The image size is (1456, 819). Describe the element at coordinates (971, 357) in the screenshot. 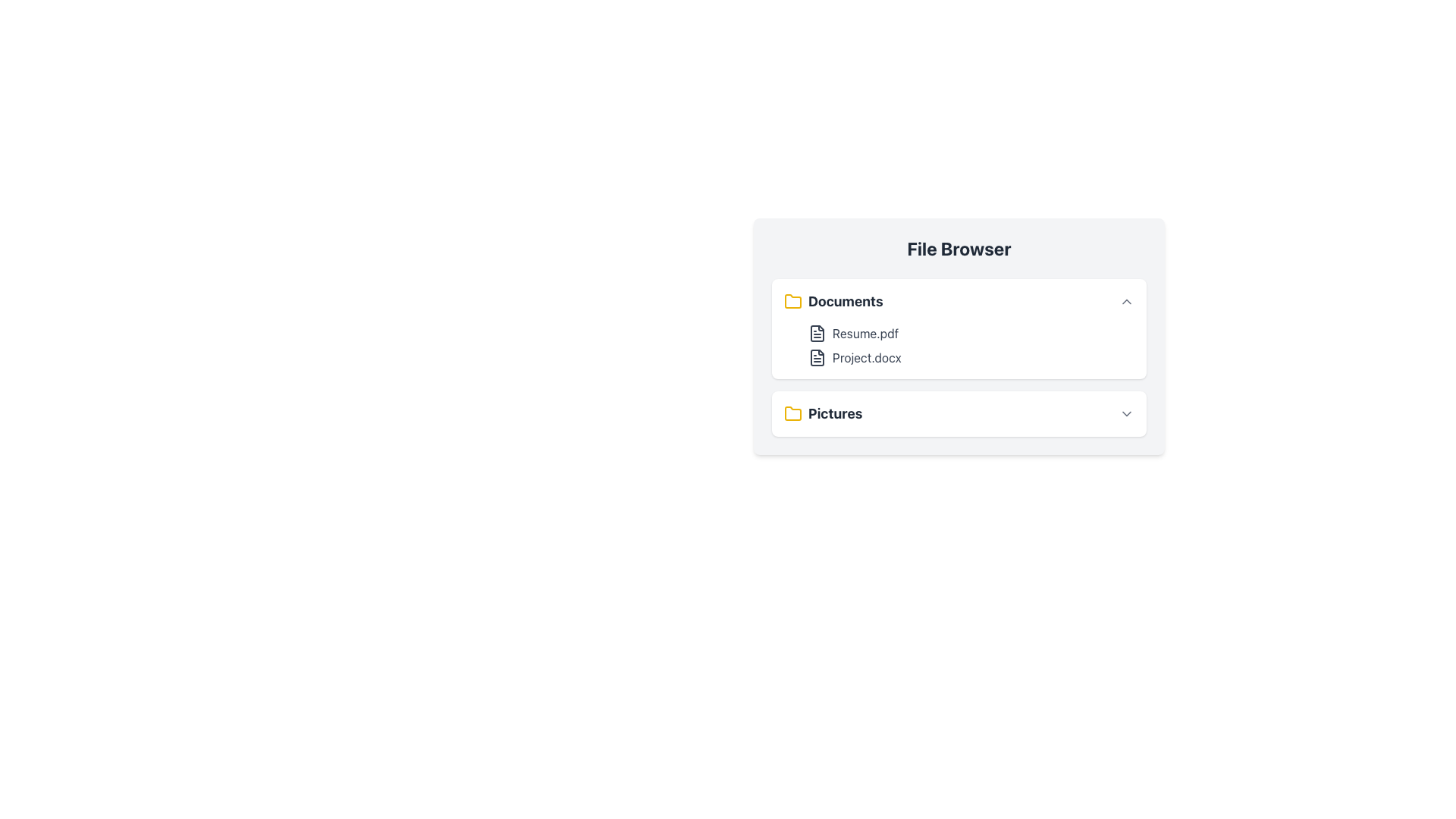

I see `on the 'Project.docx' file row in the 'Documents' section of the file browser` at that location.